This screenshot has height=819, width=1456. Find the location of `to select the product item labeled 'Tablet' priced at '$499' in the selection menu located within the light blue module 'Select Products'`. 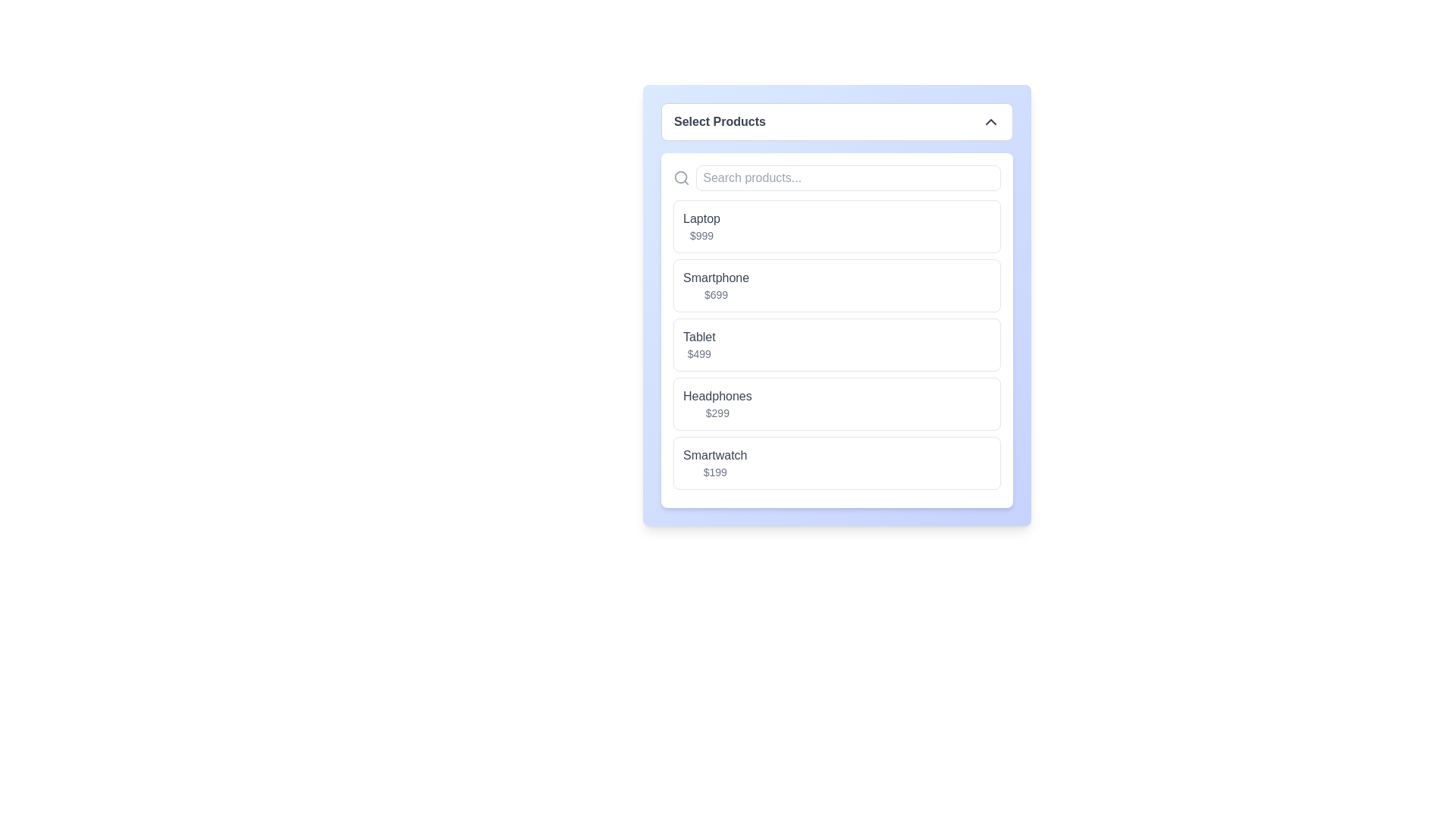

to select the product item labeled 'Tablet' priced at '$499' in the selection menu located within the light blue module 'Select Products' is located at coordinates (836, 345).